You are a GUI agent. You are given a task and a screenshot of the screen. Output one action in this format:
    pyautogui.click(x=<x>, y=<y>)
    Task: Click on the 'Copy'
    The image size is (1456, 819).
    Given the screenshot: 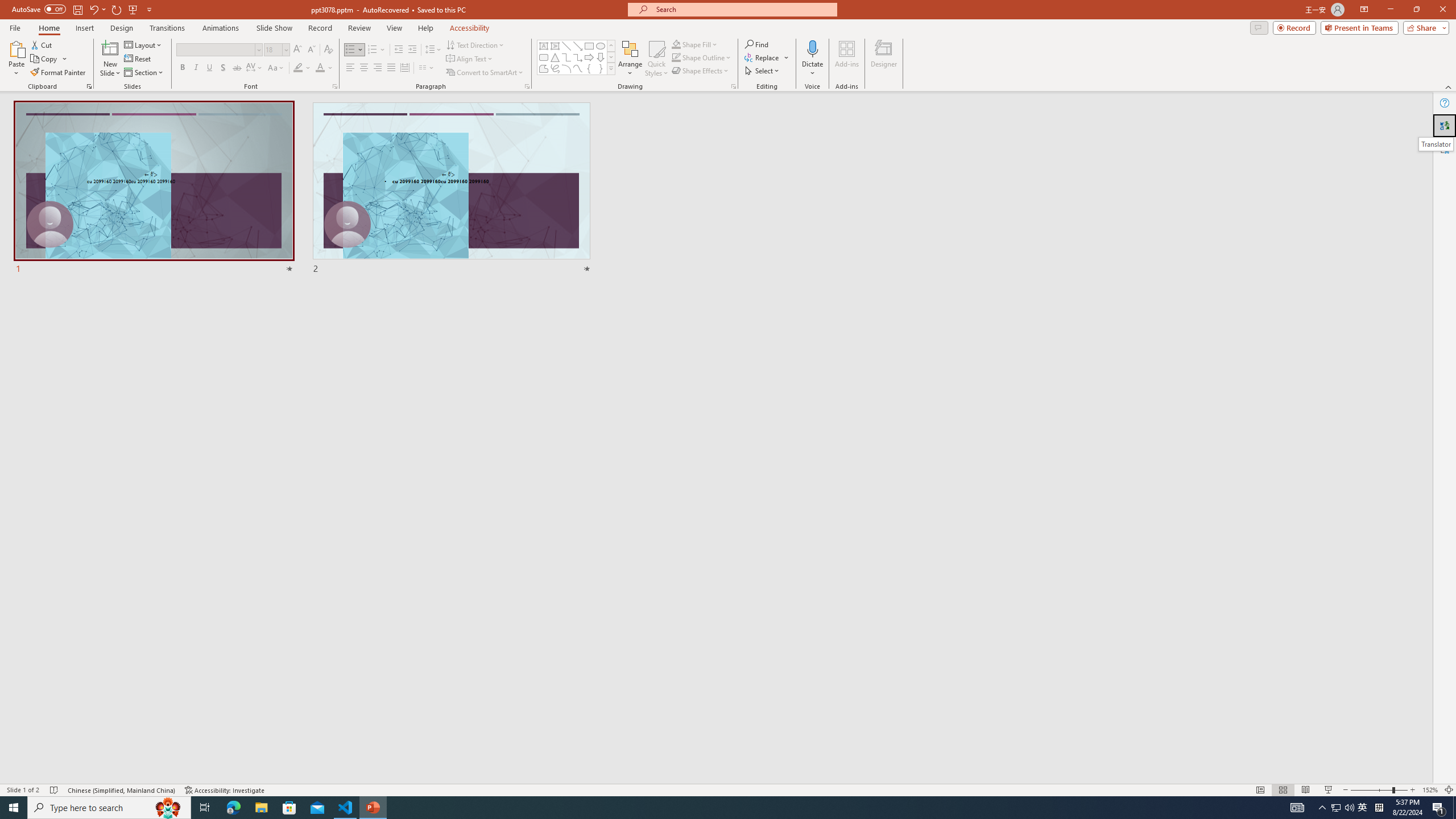 What is the action you would take?
    pyautogui.click(x=49, y=59)
    